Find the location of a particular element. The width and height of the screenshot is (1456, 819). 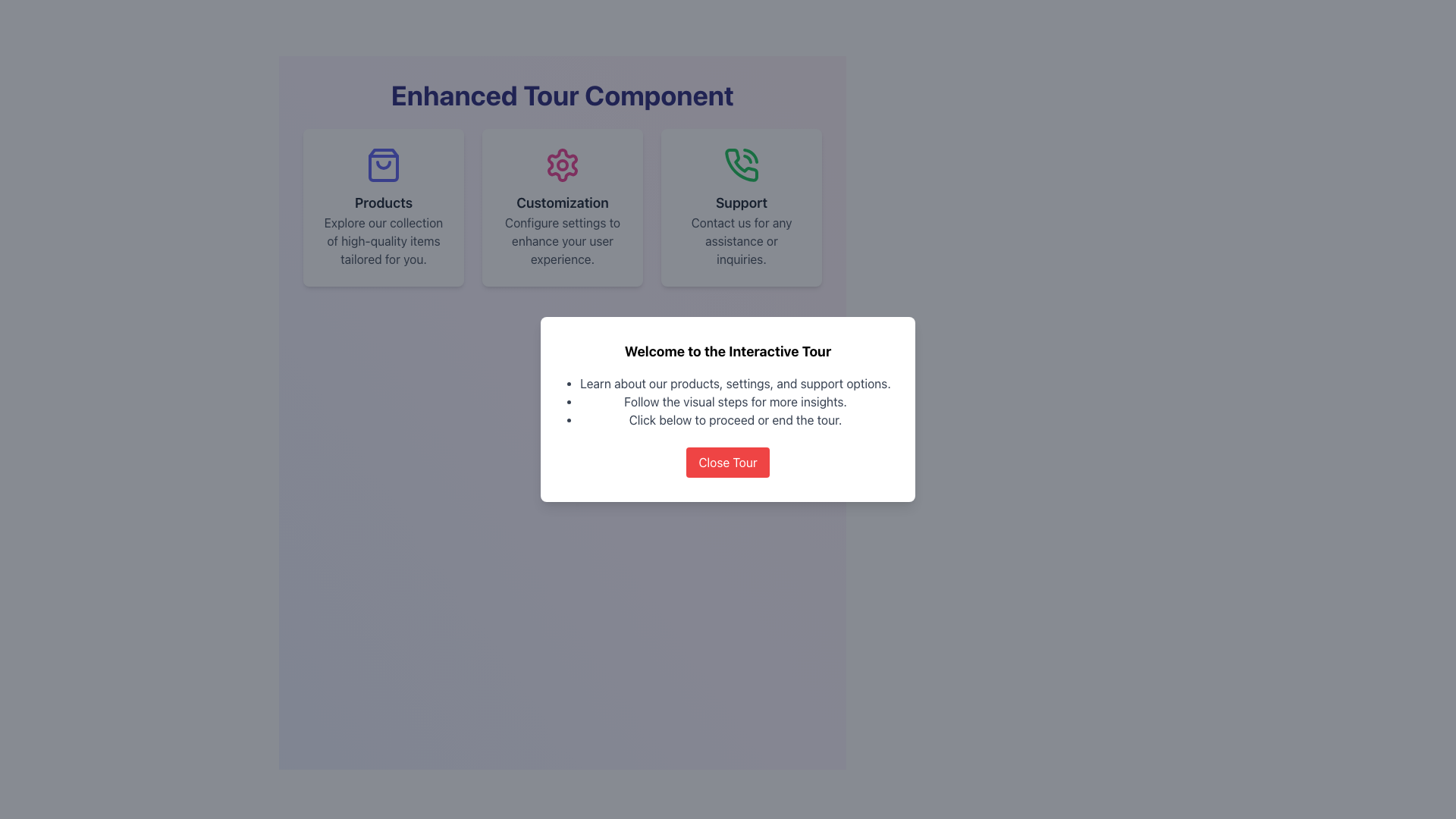

the prominent headline that reads 'Welcome to the Interactive Tour', which is positioned at the top of a white card-shaped component in the main interface is located at coordinates (728, 351).